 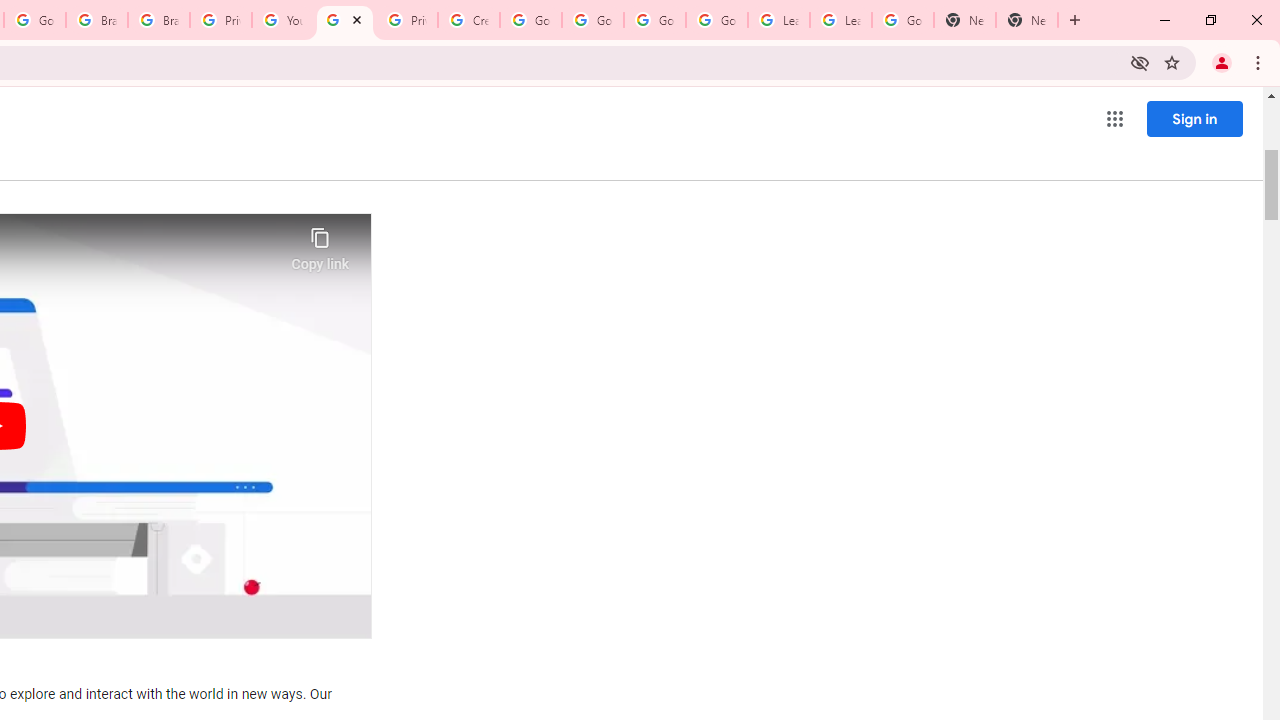 What do you see at coordinates (468, 20) in the screenshot?
I see `'Create your Google Account'` at bounding box center [468, 20].